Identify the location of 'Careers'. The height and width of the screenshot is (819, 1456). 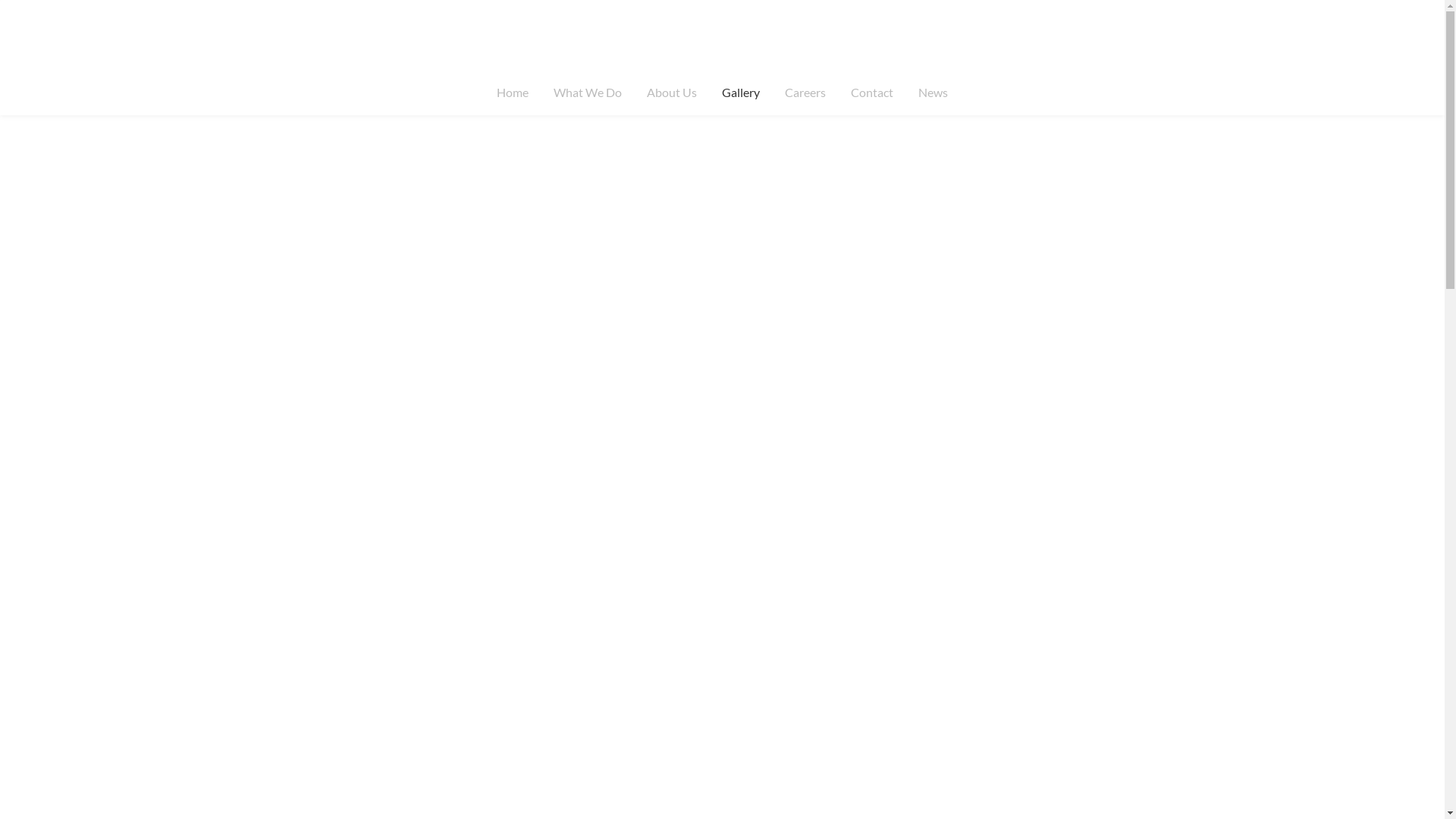
(804, 93).